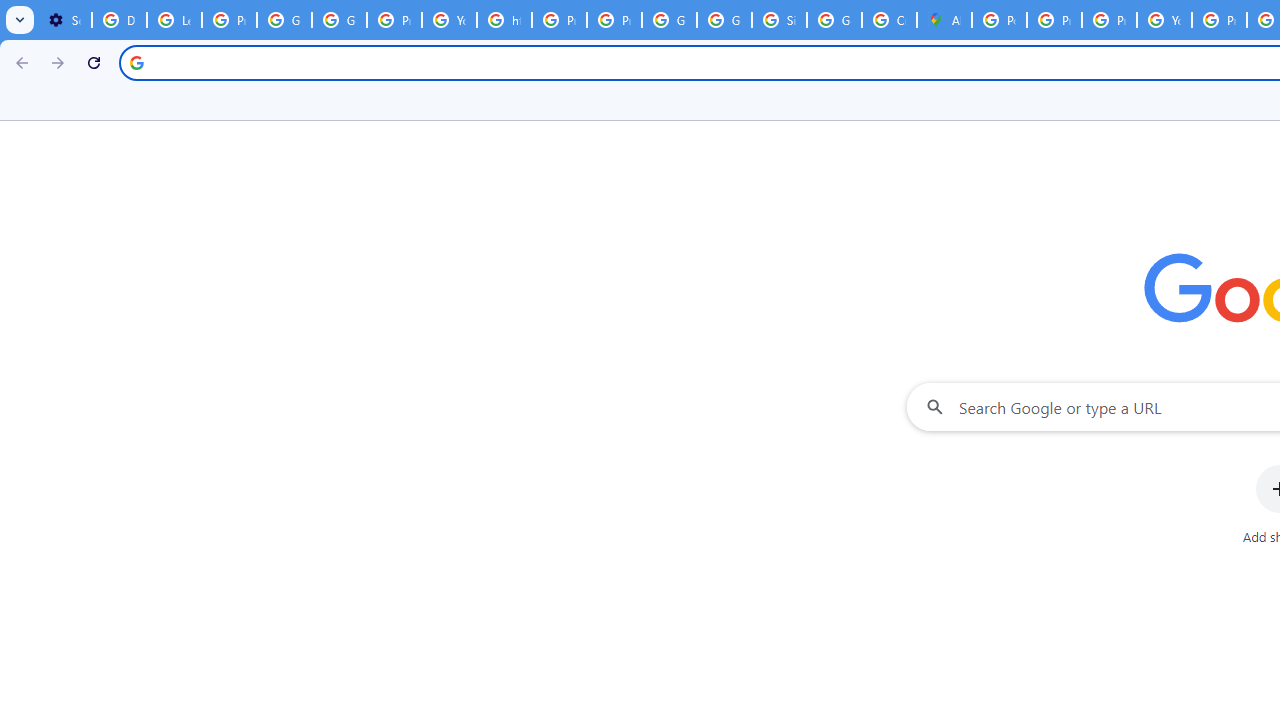 Image resolution: width=1280 pixels, height=720 pixels. I want to click on 'Privacy Help Center - Policies Help', so click(1053, 20).